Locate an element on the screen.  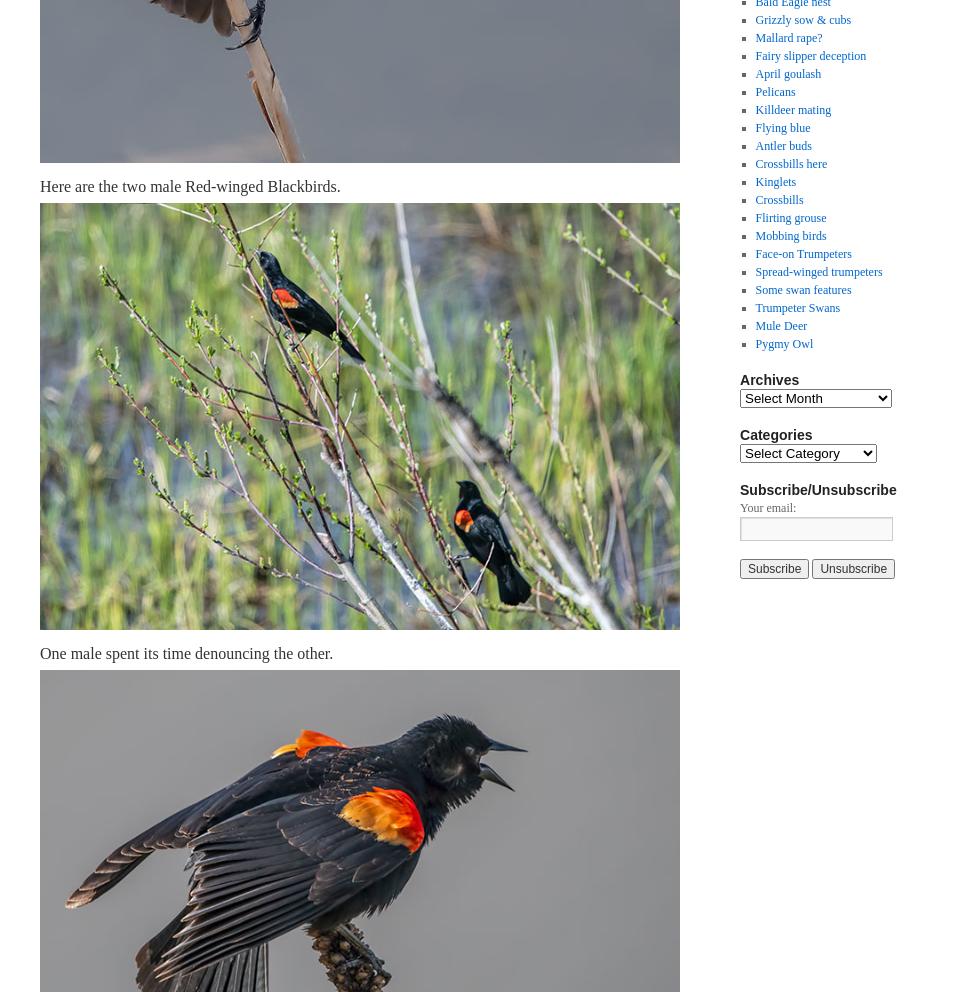
'Mobbing birds' is located at coordinates (790, 235).